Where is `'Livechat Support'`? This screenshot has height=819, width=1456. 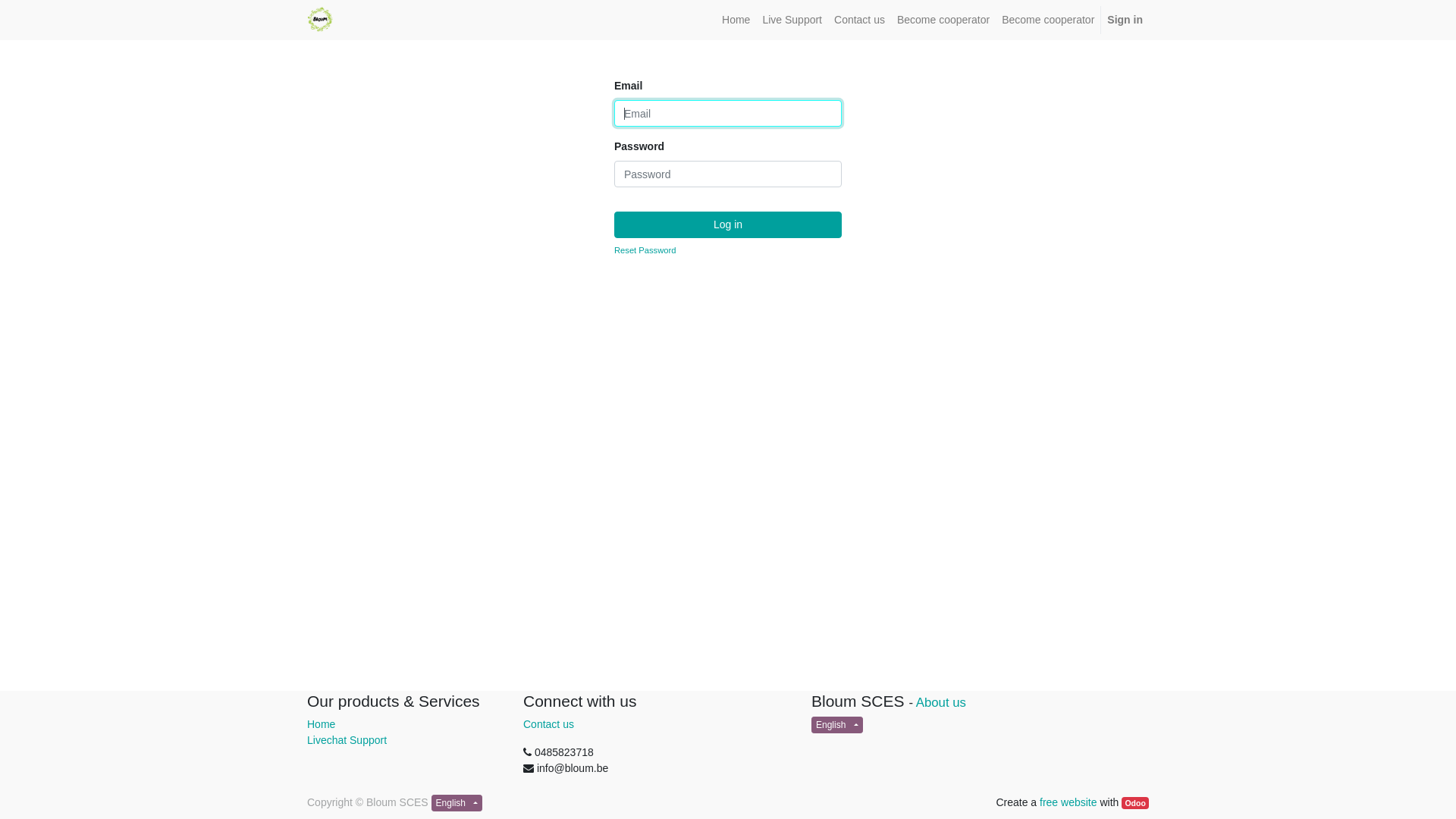 'Livechat Support' is located at coordinates (346, 739).